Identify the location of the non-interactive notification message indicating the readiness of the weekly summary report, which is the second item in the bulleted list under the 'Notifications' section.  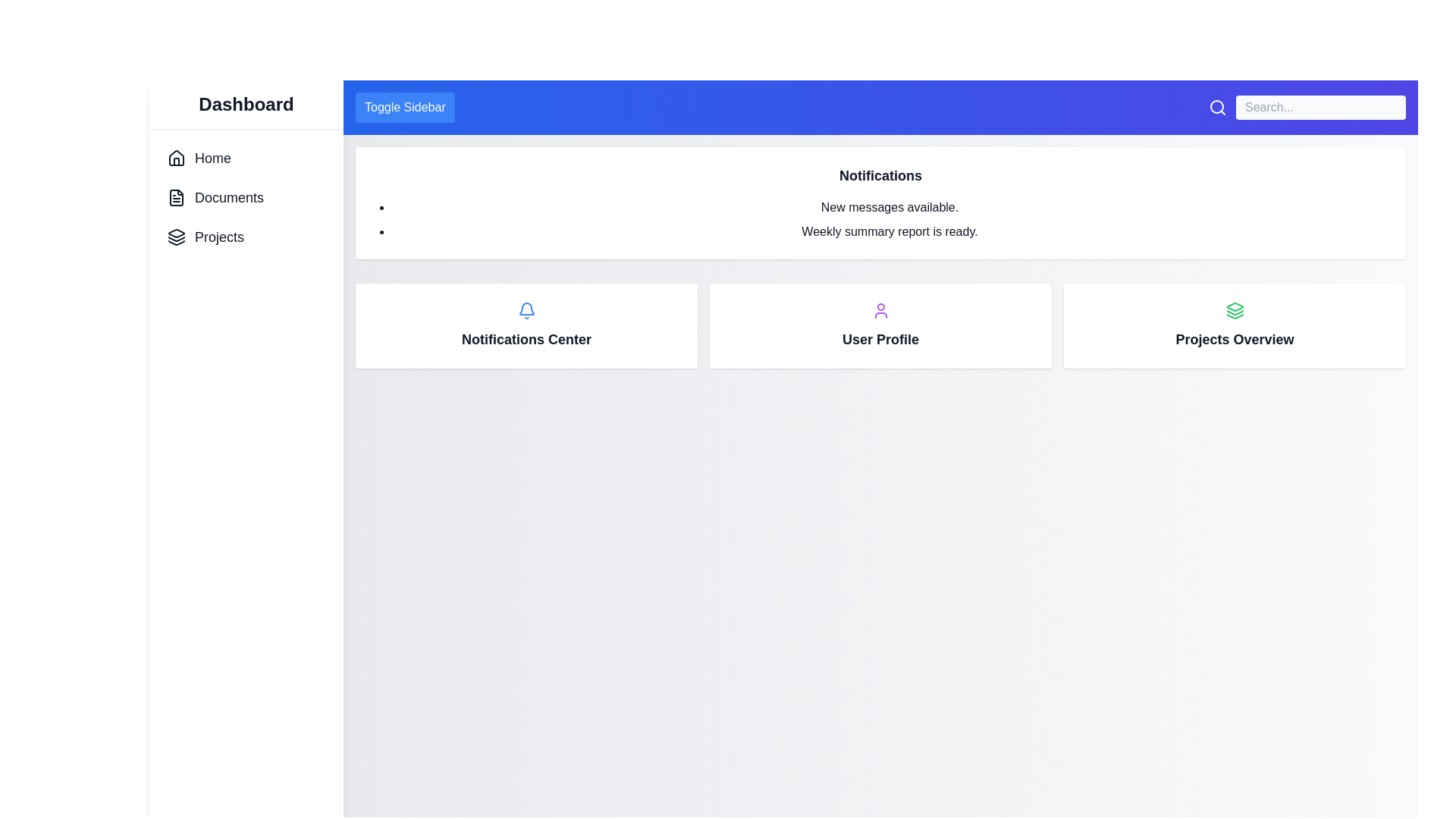
(890, 231).